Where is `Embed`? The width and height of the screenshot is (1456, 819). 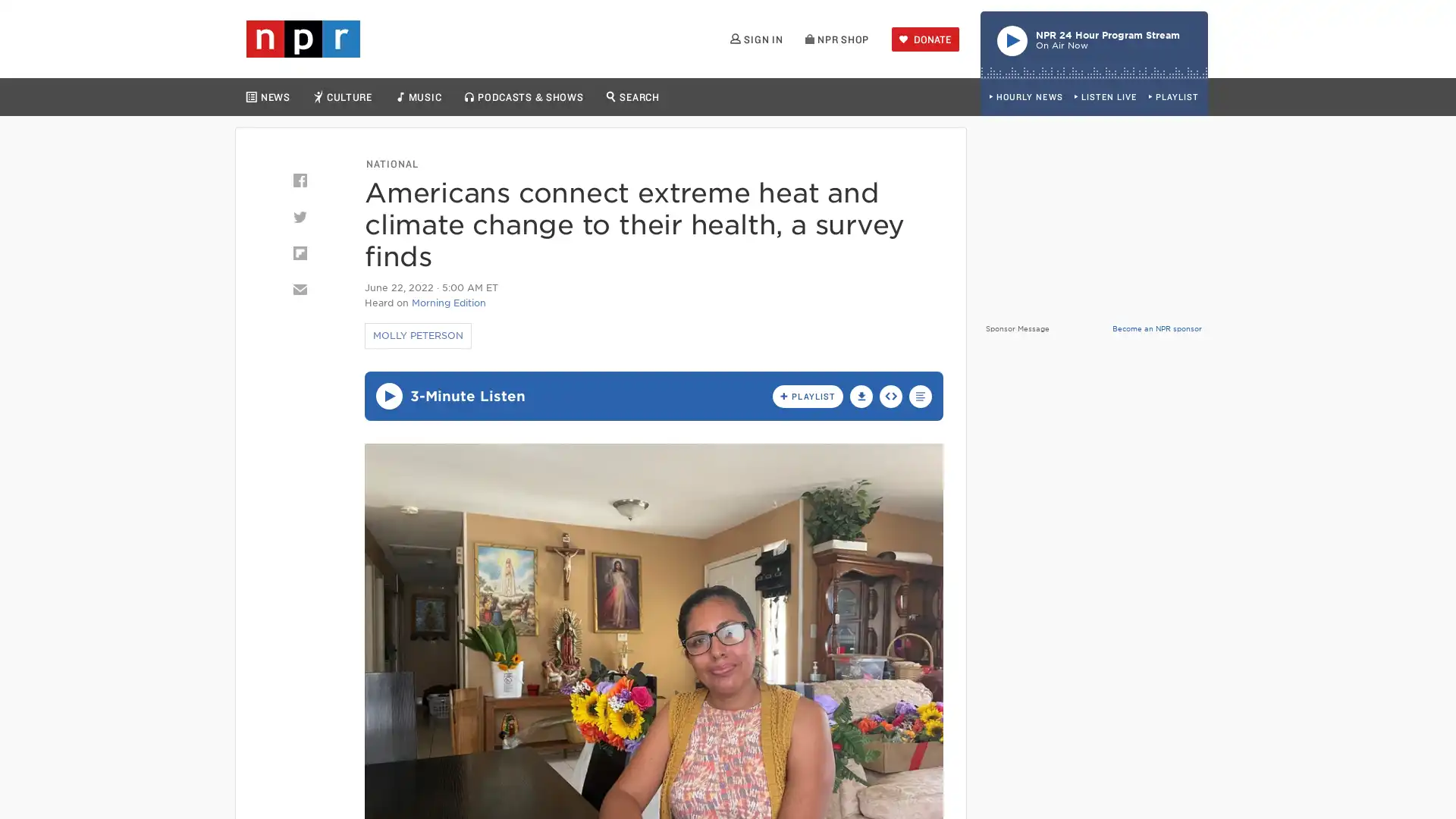
Embed is located at coordinates (891, 394).